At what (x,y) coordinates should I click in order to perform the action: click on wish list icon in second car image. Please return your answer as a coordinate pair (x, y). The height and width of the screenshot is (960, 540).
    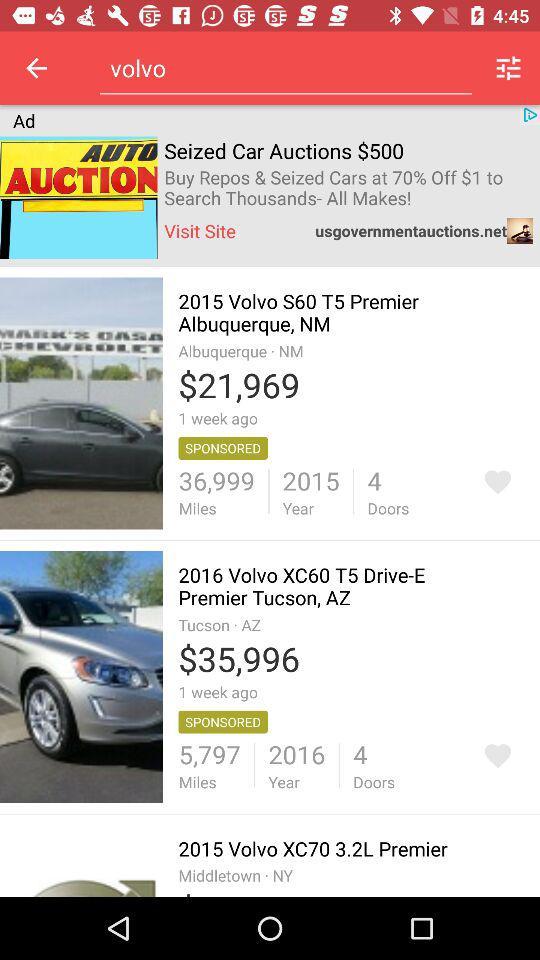
    Looking at the image, I should click on (496, 755).